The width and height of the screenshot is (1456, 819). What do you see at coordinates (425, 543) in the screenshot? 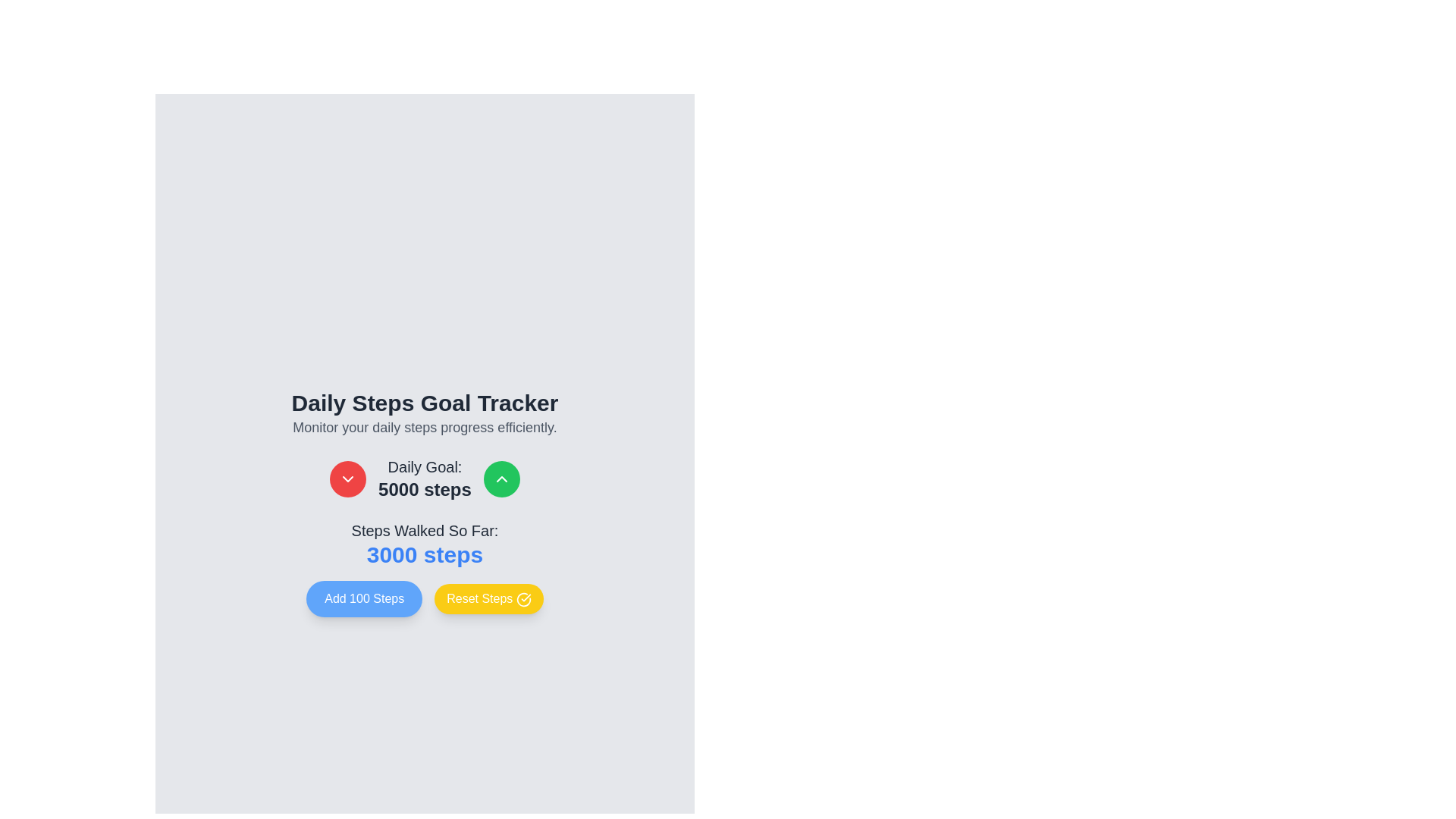
I see `the Text display showing 'Steps Walked So Far:' and '3000 steps', which is located centrally under 'Daily Goal: 5000 steps'` at bounding box center [425, 543].